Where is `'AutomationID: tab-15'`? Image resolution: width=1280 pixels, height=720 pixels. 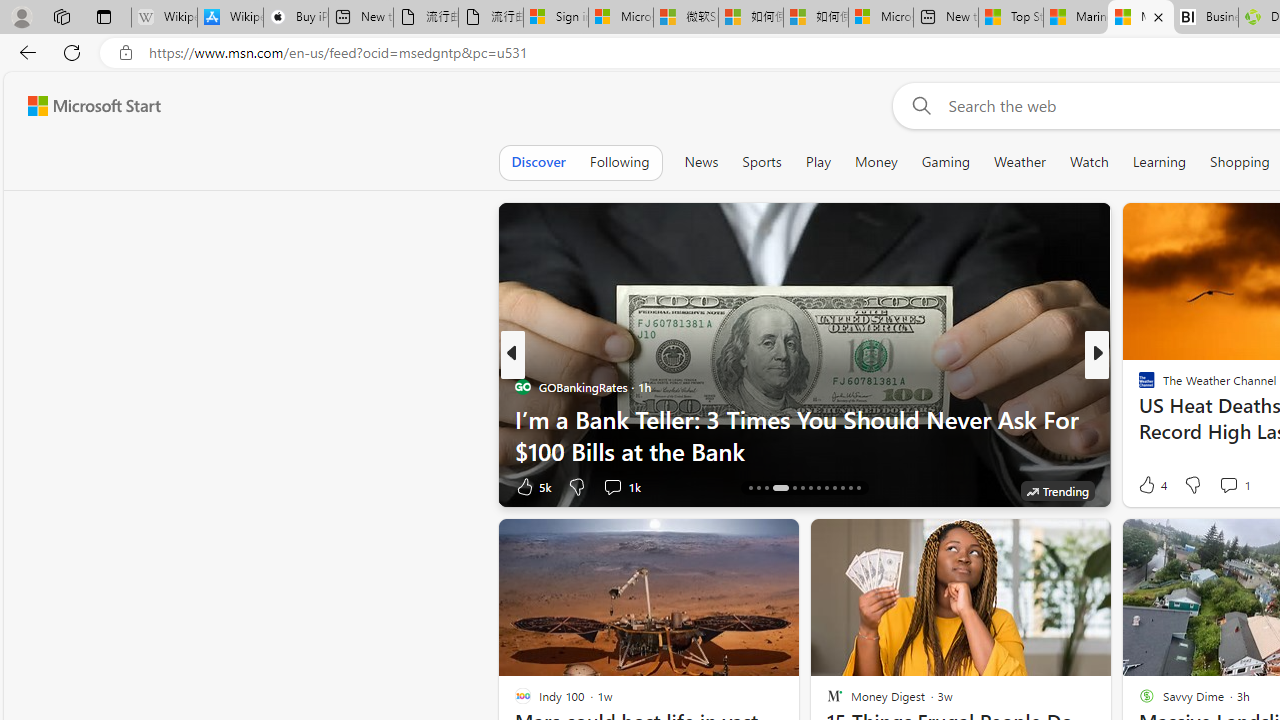
'AutomationID: tab-15' is located at coordinates (757, 488).